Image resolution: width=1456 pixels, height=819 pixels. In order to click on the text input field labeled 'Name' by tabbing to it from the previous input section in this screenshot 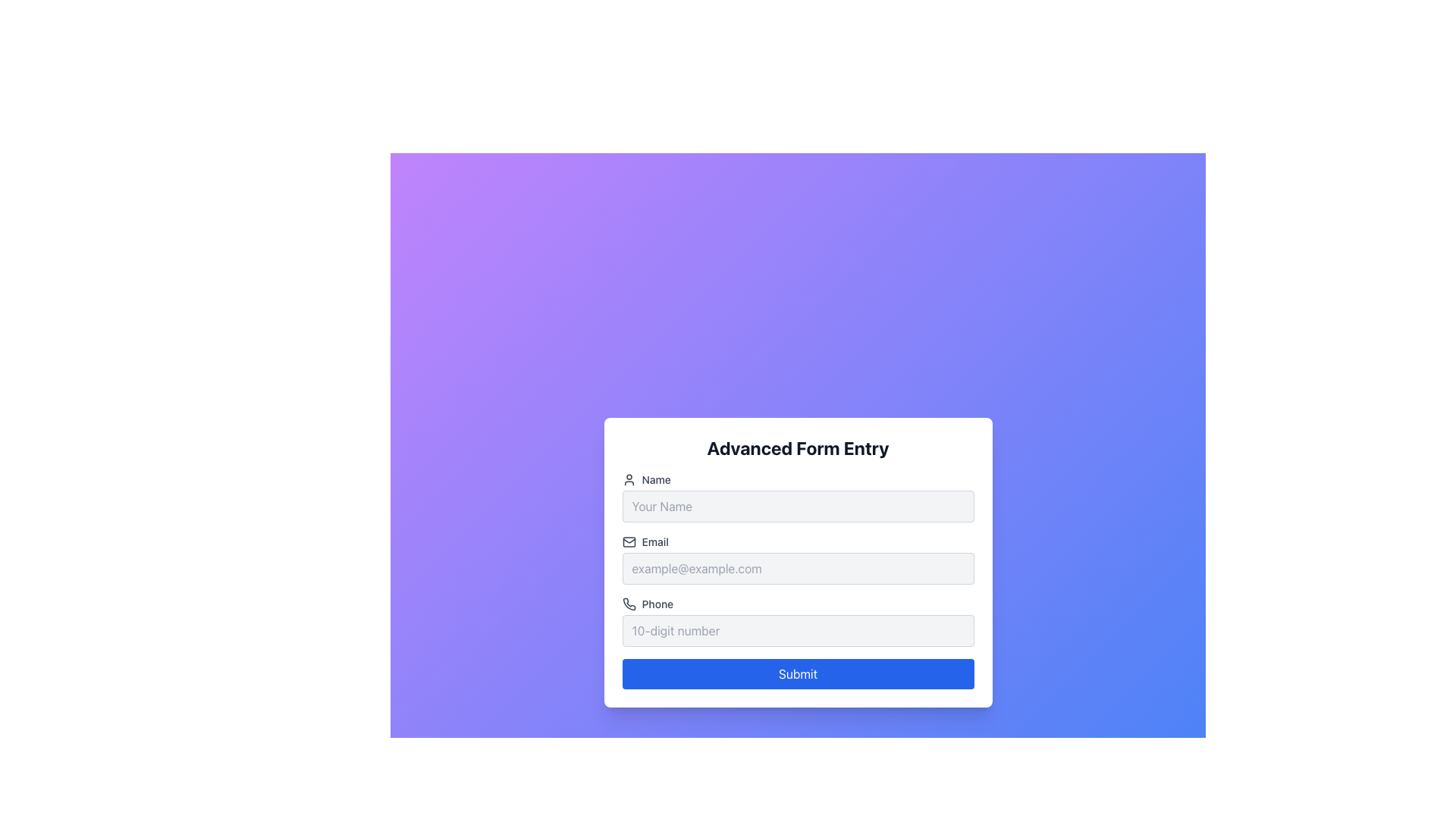, I will do `click(797, 497)`.